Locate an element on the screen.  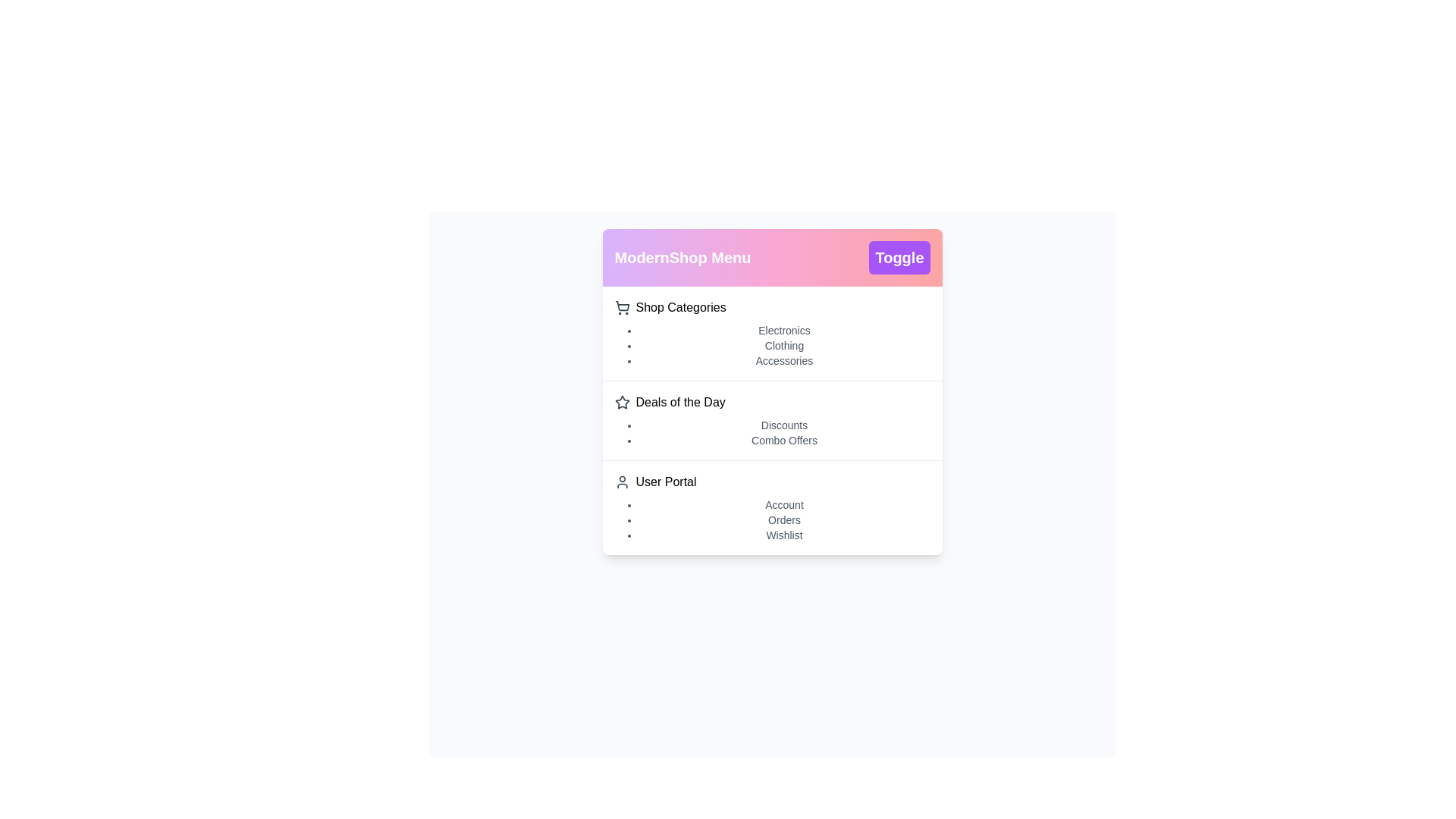
the main menu item Shop Categories to expand or select it is located at coordinates (772, 307).